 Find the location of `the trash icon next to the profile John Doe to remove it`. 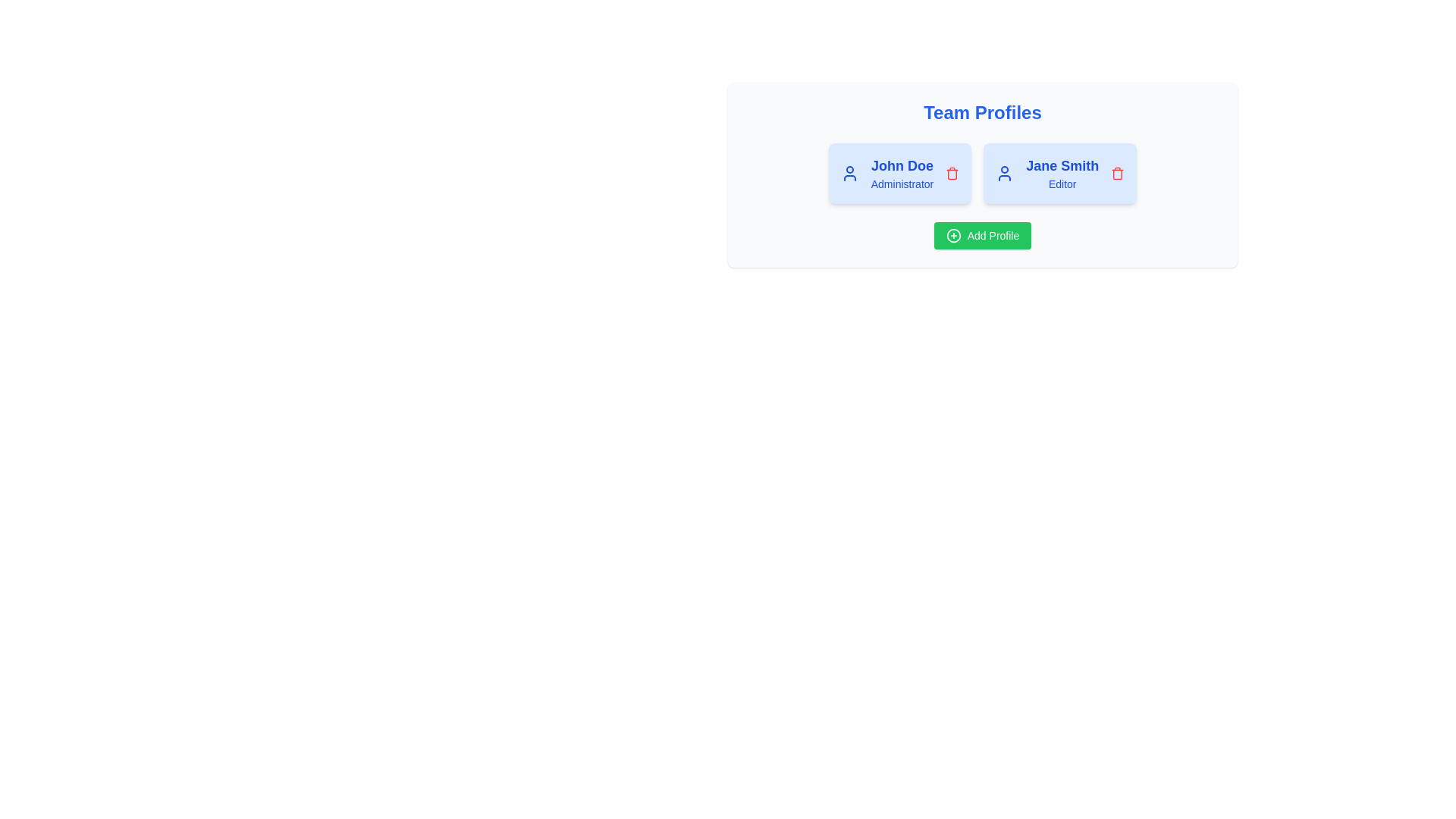

the trash icon next to the profile John Doe to remove it is located at coordinates (952, 172).